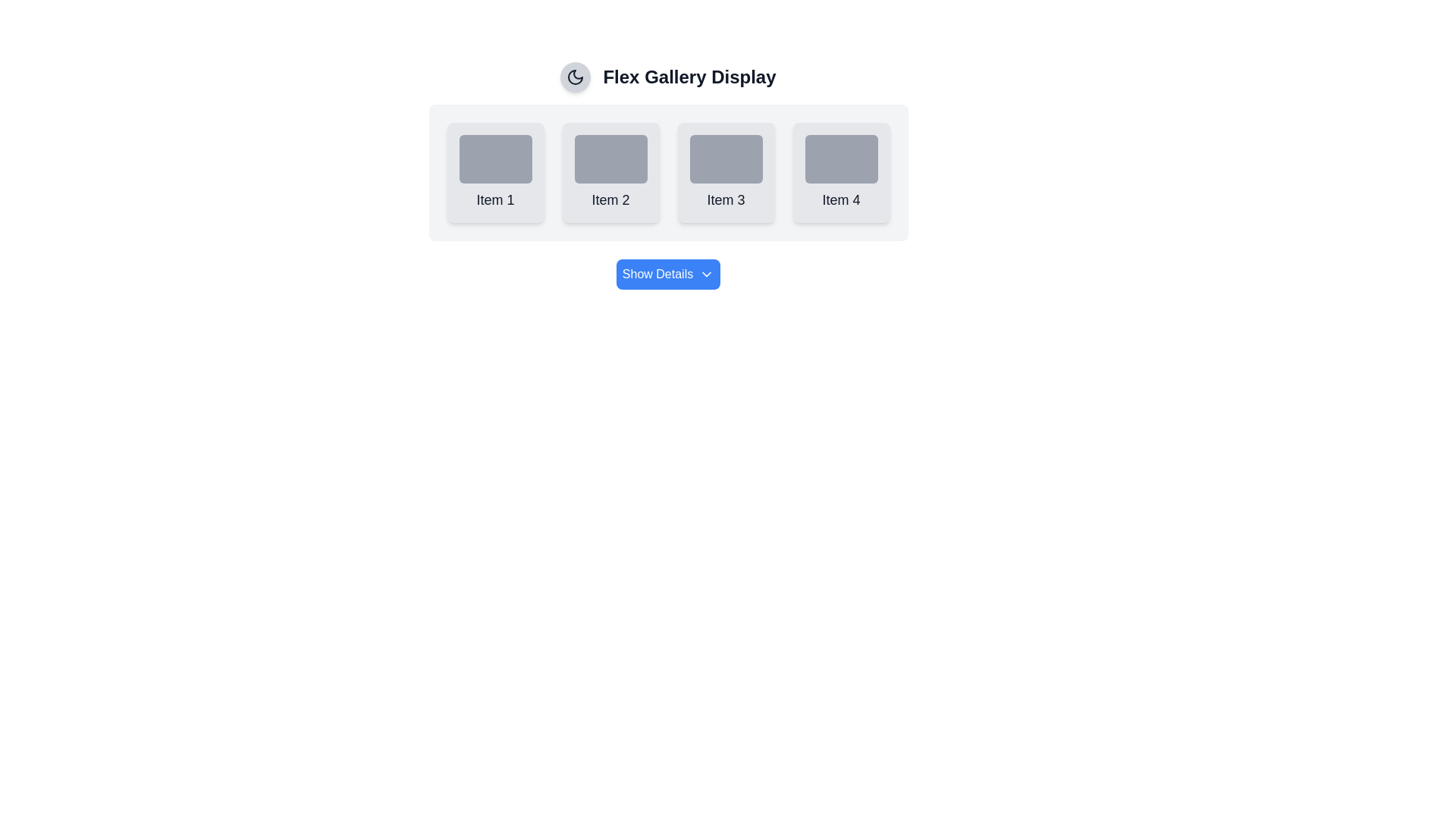 This screenshot has width=1456, height=819. Describe the element at coordinates (840, 199) in the screenshot. I see `text content of the descriptive label associated with the fourth gallery card, which is located at the bottom section of the card and is centered below the placeholder image` at that location.